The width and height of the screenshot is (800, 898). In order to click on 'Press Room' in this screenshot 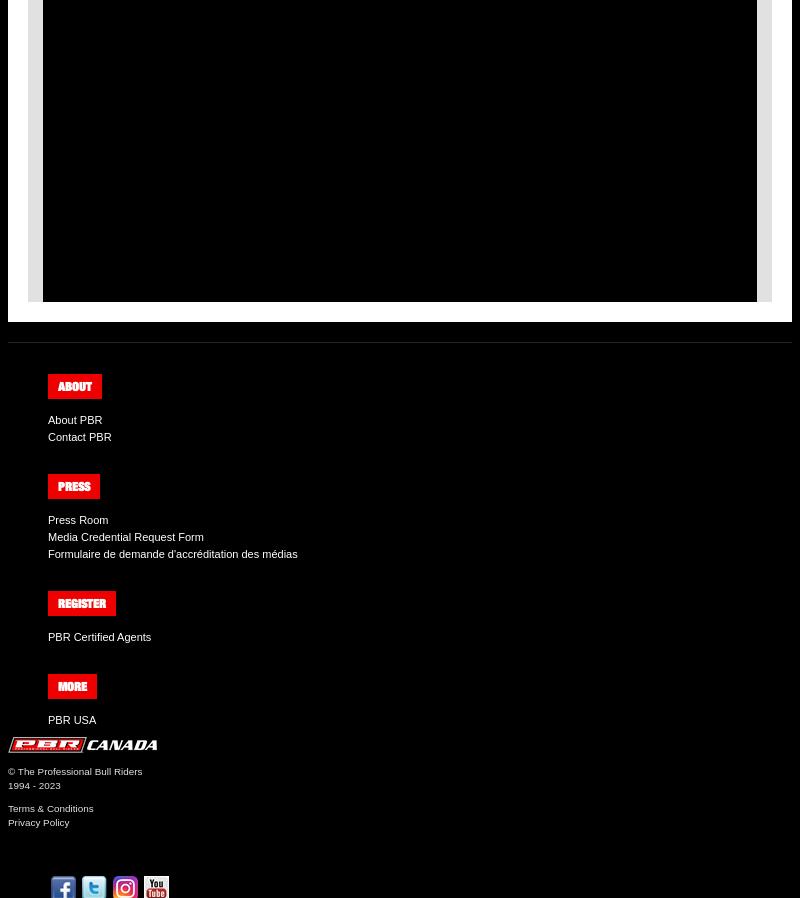, I will do `click(78, 518)`.